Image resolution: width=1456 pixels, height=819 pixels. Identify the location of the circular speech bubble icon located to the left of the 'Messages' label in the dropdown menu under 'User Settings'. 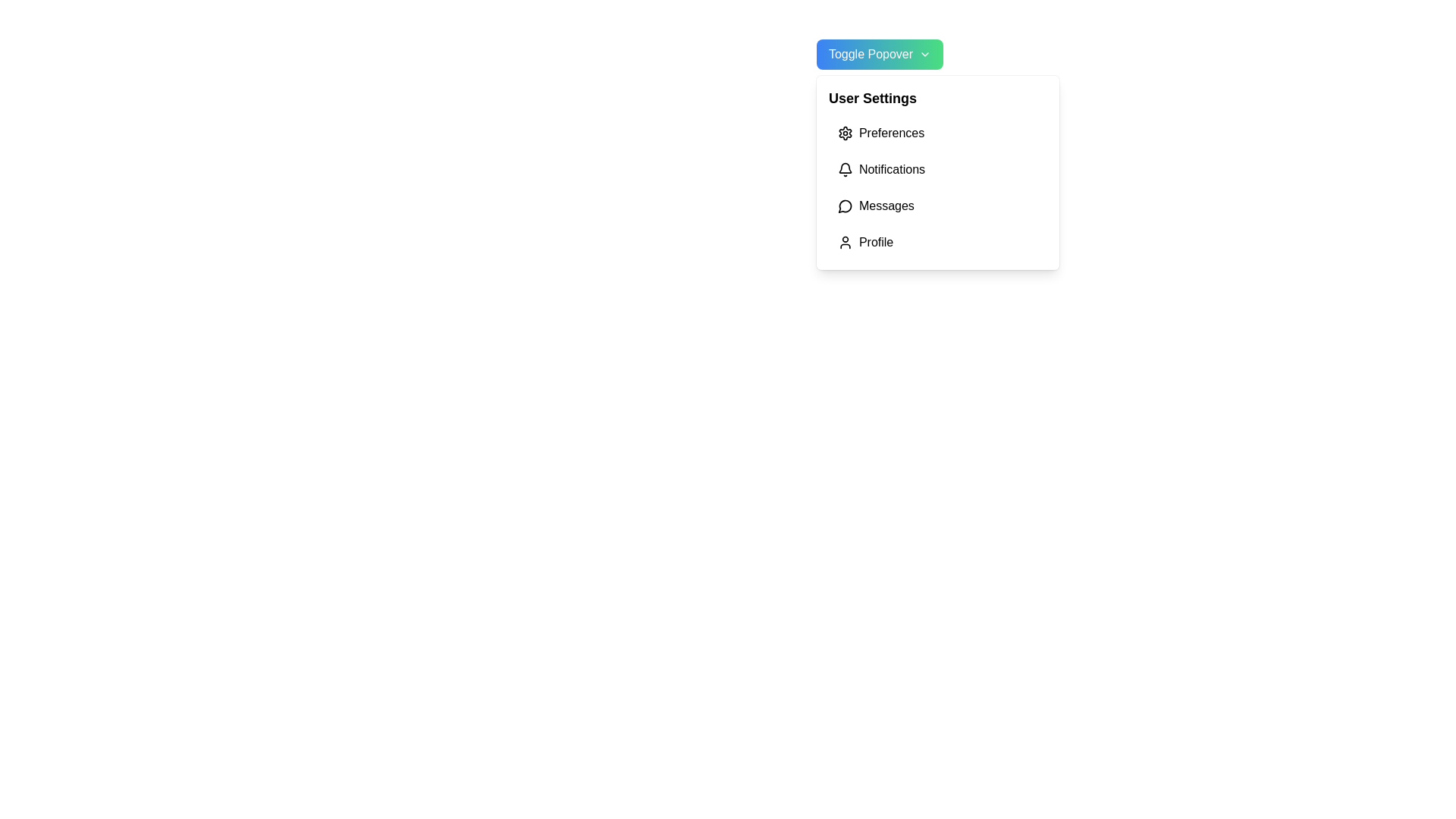
(844, 206).